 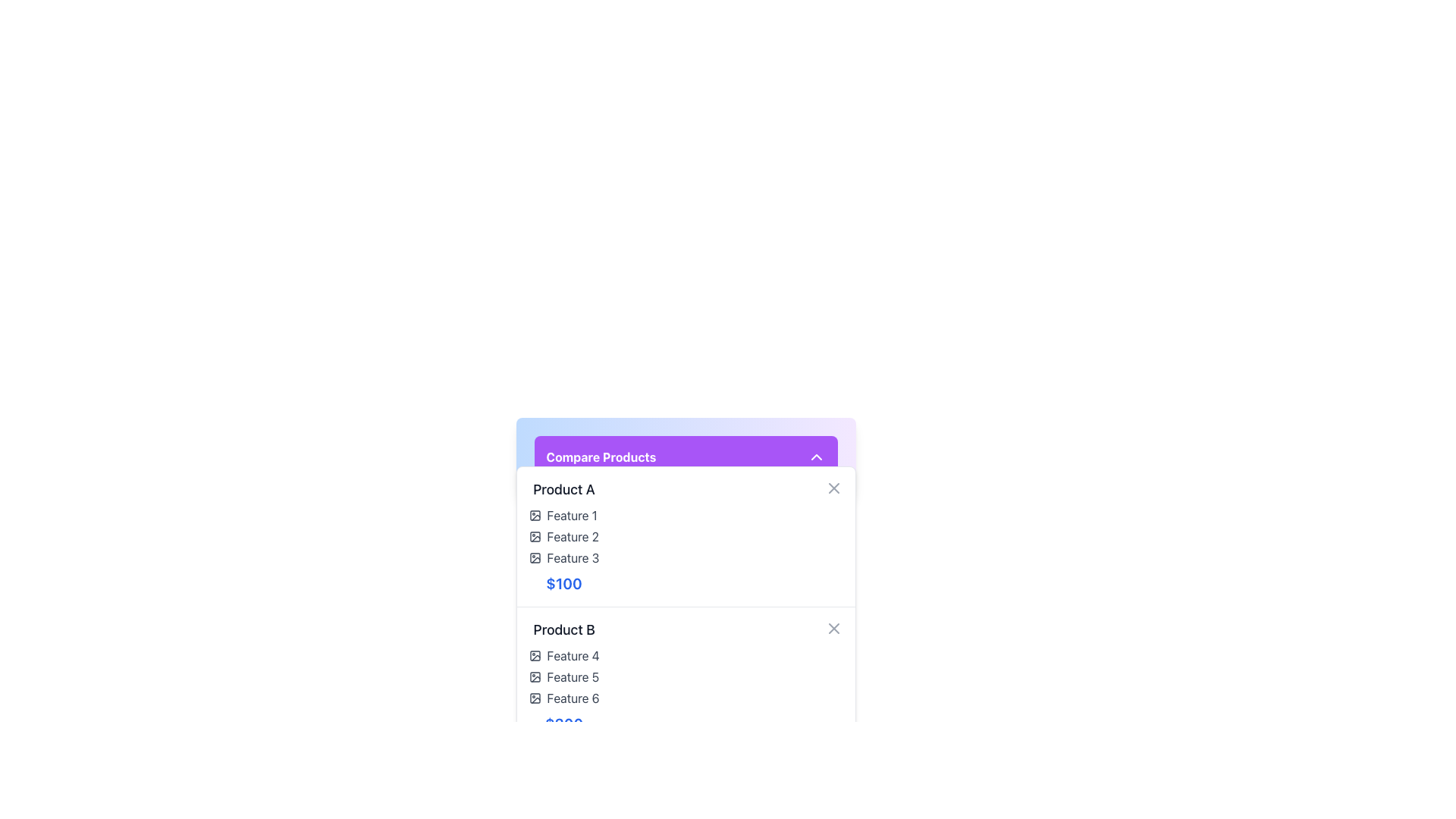 I want to click on the icon representing 'Feature 6' located in the 'Product B' section, positioned to the left of the 'Feature 6' text, so click(x=535, y=698).